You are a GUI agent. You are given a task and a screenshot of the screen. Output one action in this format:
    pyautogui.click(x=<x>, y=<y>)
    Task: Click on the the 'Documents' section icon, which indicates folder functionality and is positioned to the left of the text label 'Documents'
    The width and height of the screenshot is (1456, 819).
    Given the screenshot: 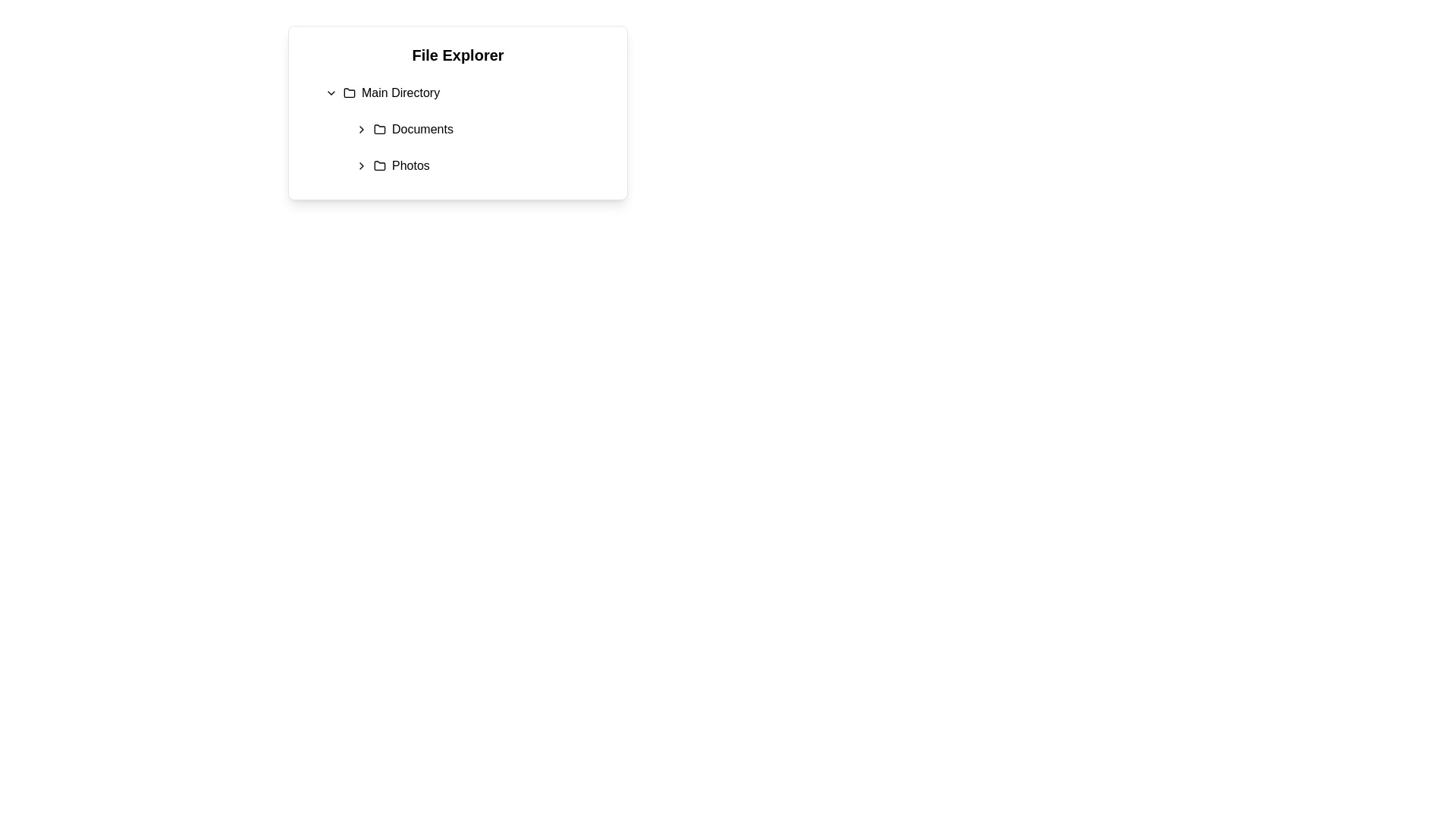 What is the action you would take?
    pyautogui.click(x=379, y=128)
    